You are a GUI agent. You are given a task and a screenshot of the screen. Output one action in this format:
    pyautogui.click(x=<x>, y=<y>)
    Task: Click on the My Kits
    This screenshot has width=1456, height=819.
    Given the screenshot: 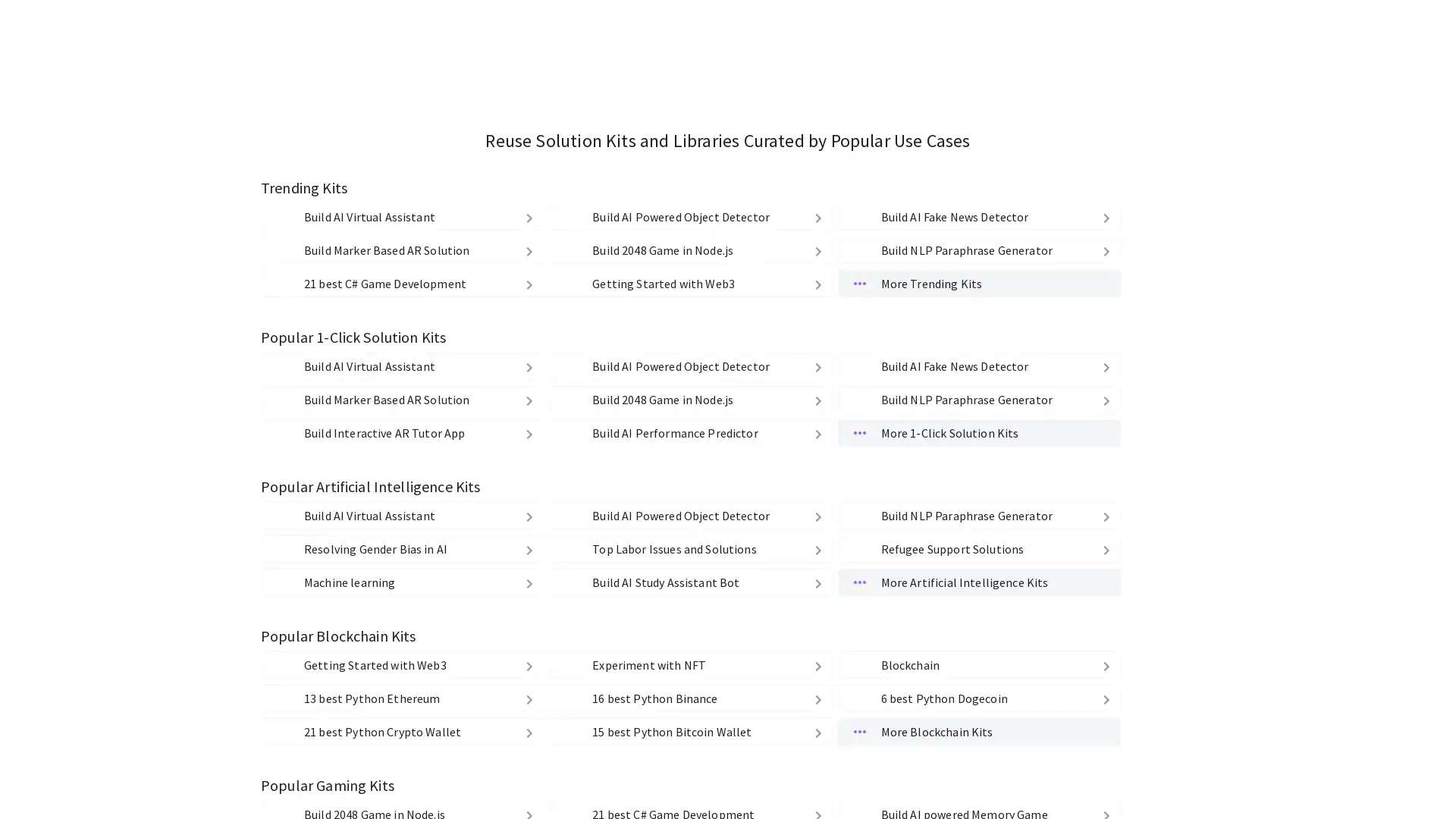 What is the action you would take?
    pyautogui.click(x=1128, y=81)
    